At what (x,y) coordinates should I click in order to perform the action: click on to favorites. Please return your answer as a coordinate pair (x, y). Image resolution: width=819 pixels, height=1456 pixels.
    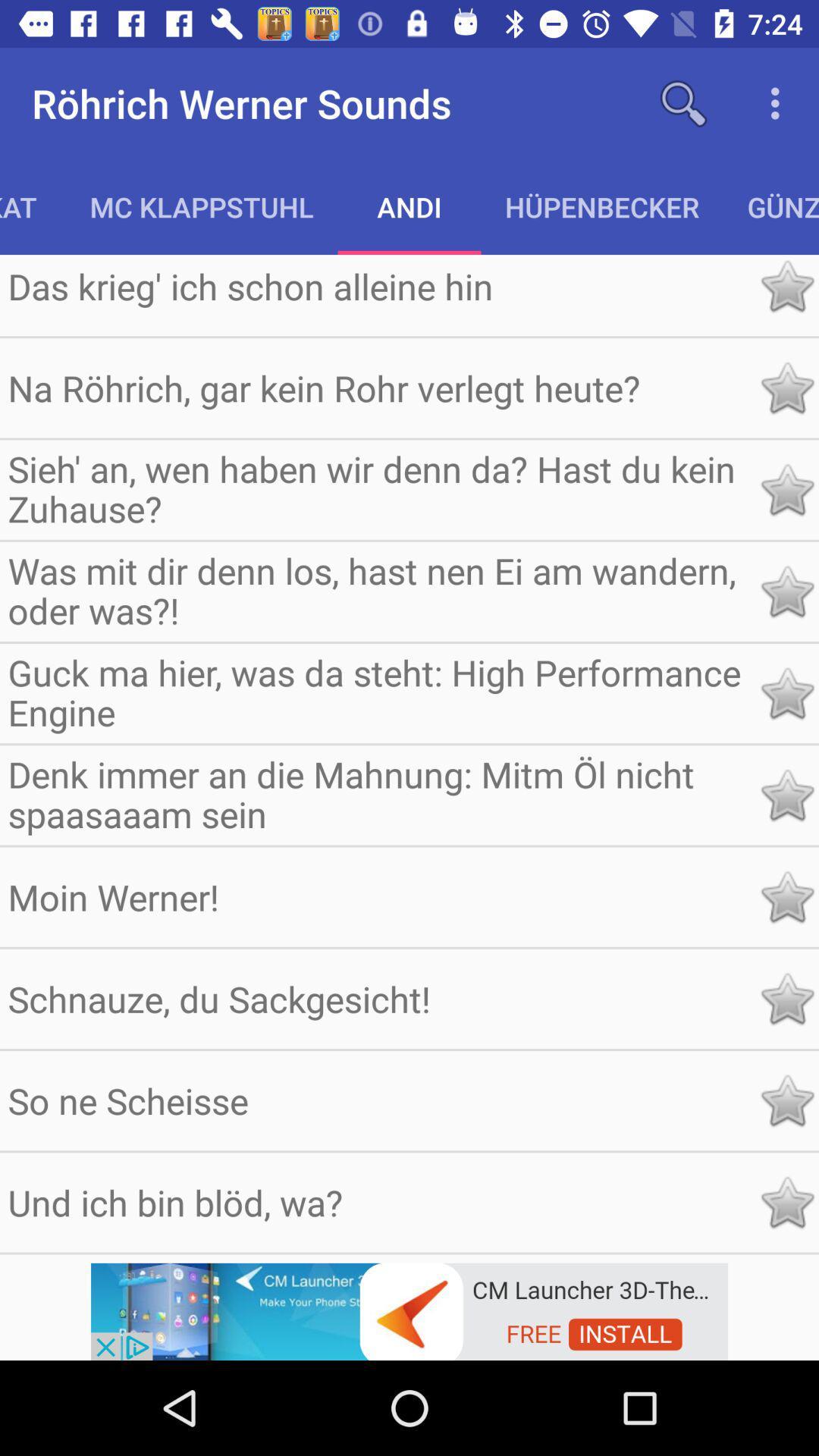
    Looking at the image, I should click on (786, 388).